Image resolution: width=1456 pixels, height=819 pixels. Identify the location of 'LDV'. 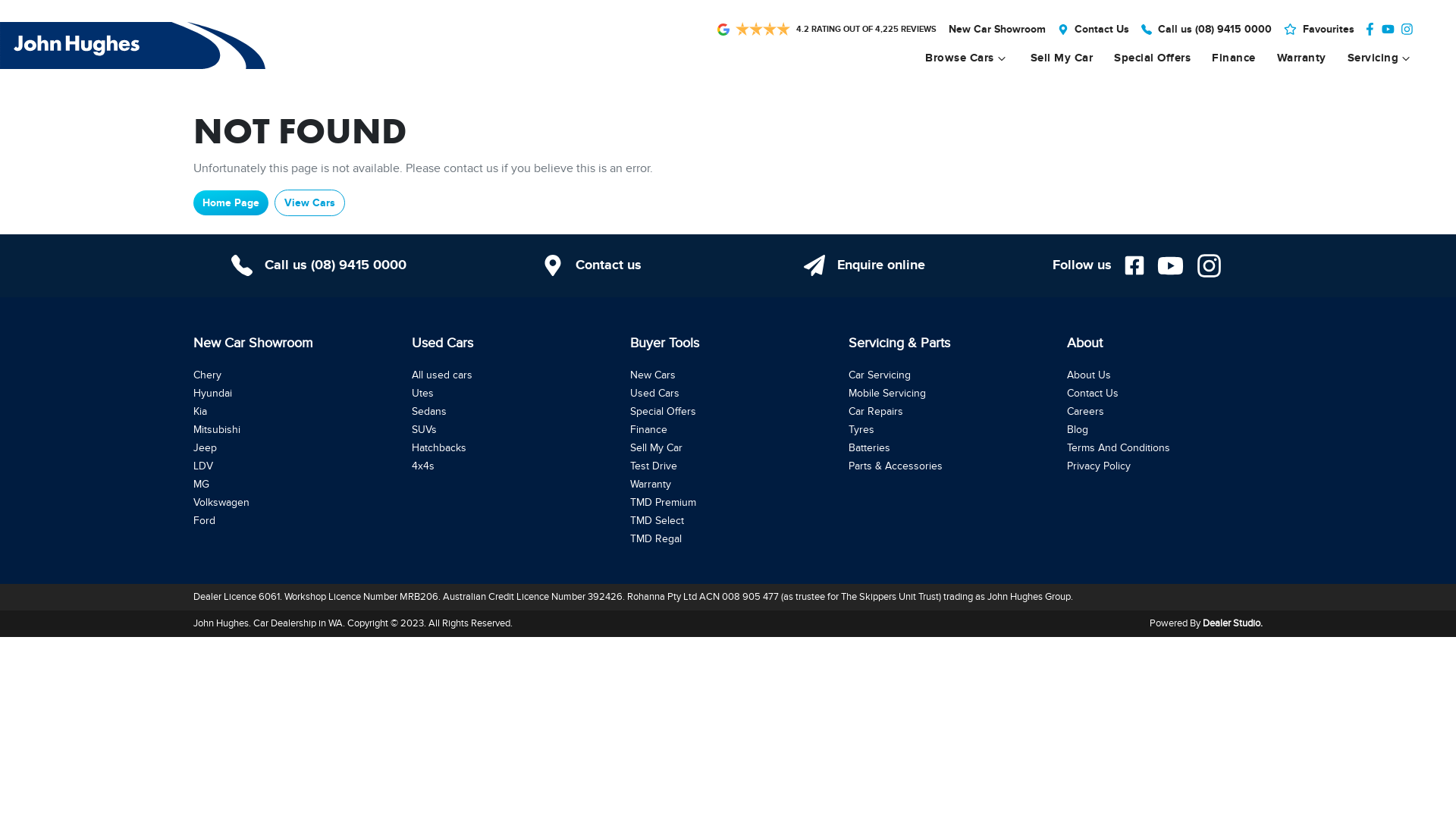
(202, 465).